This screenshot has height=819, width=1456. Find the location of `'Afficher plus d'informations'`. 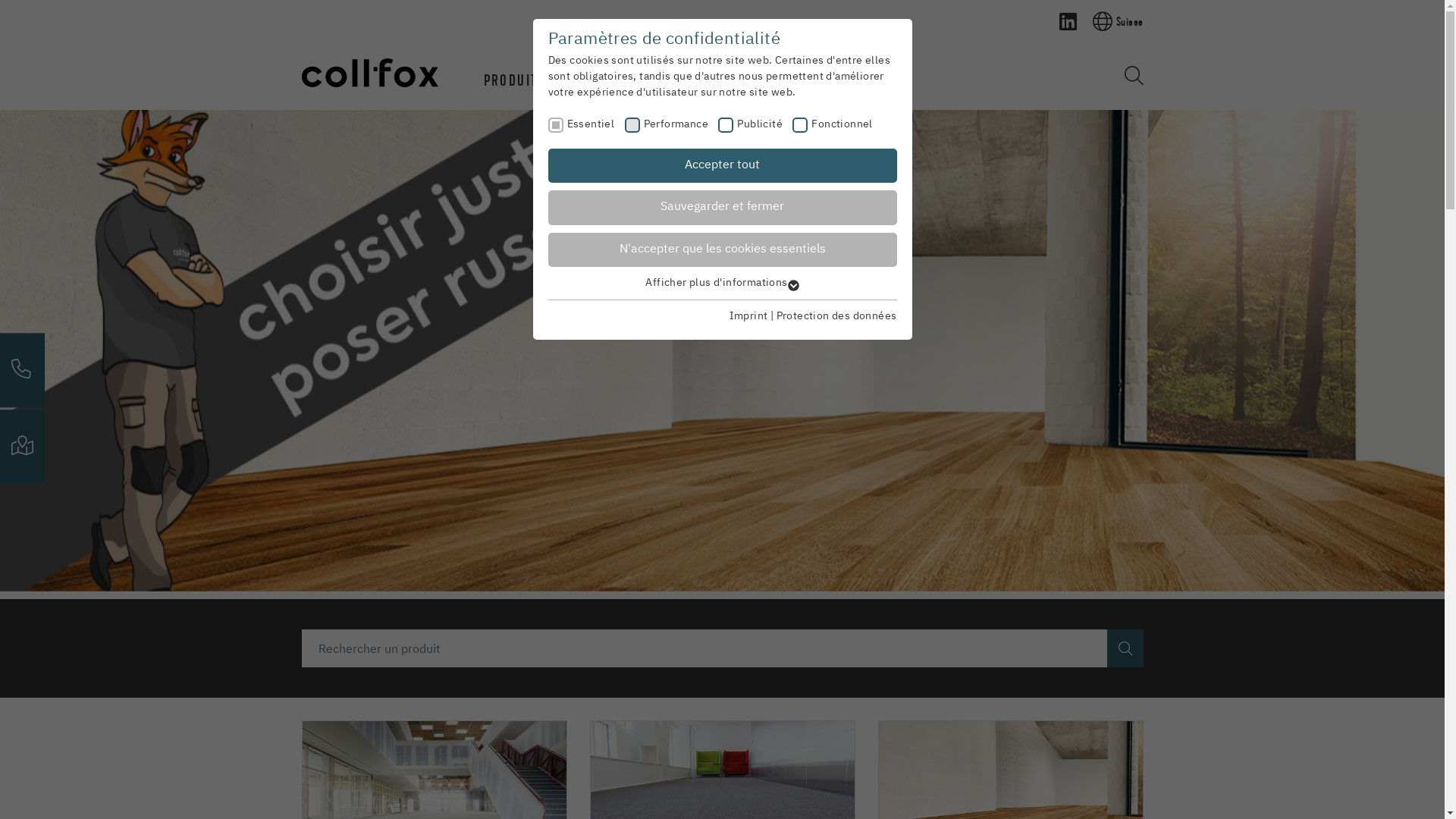

'Afficher plus d'informations' is located at coordinates (720, 283).